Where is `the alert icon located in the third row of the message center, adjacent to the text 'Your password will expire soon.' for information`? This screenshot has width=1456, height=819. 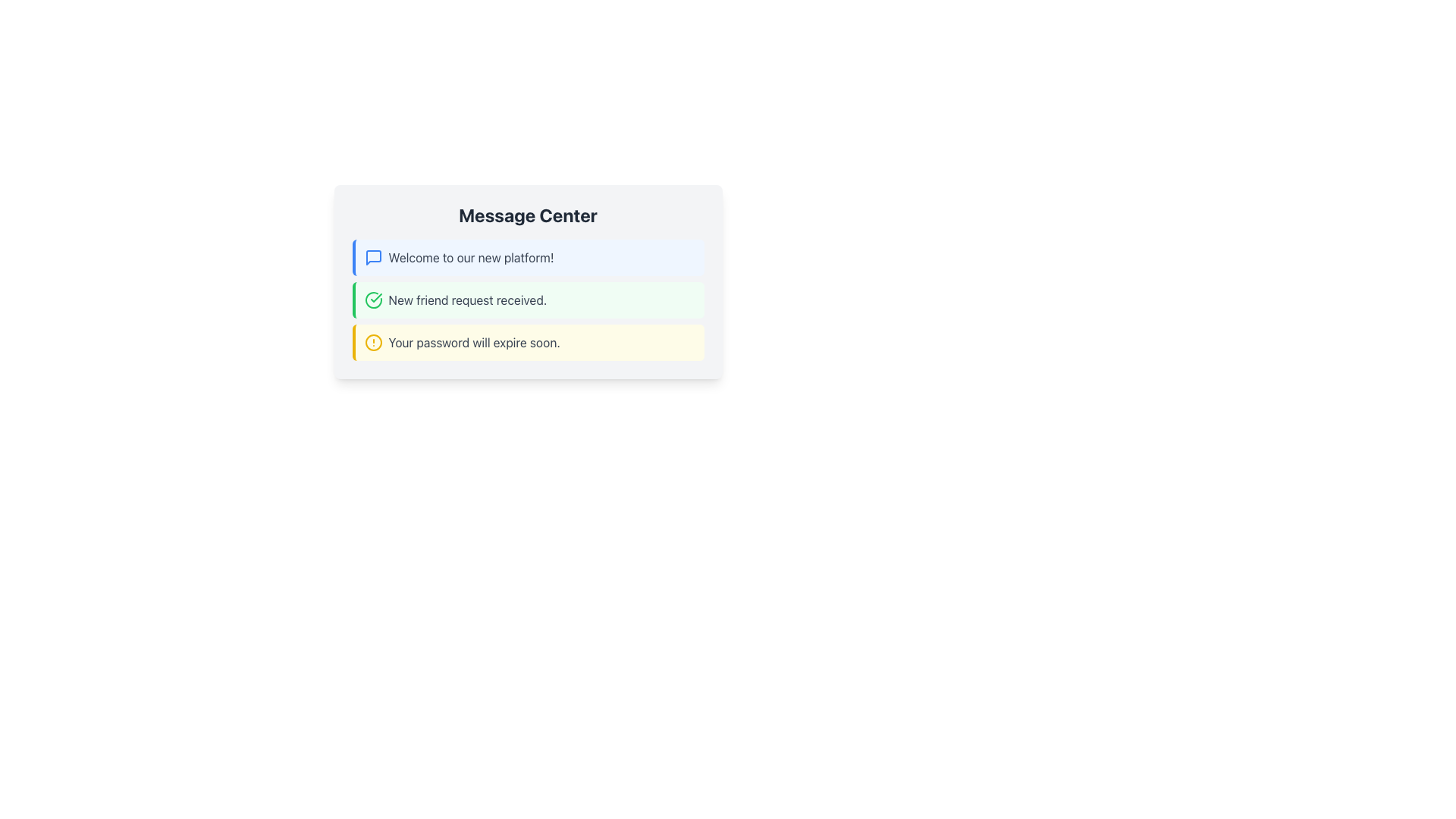 the alert icon located in the third row of the message center, adjacent to the text 'Your password will expire soon.' for information is located at coordinates (373, 342).